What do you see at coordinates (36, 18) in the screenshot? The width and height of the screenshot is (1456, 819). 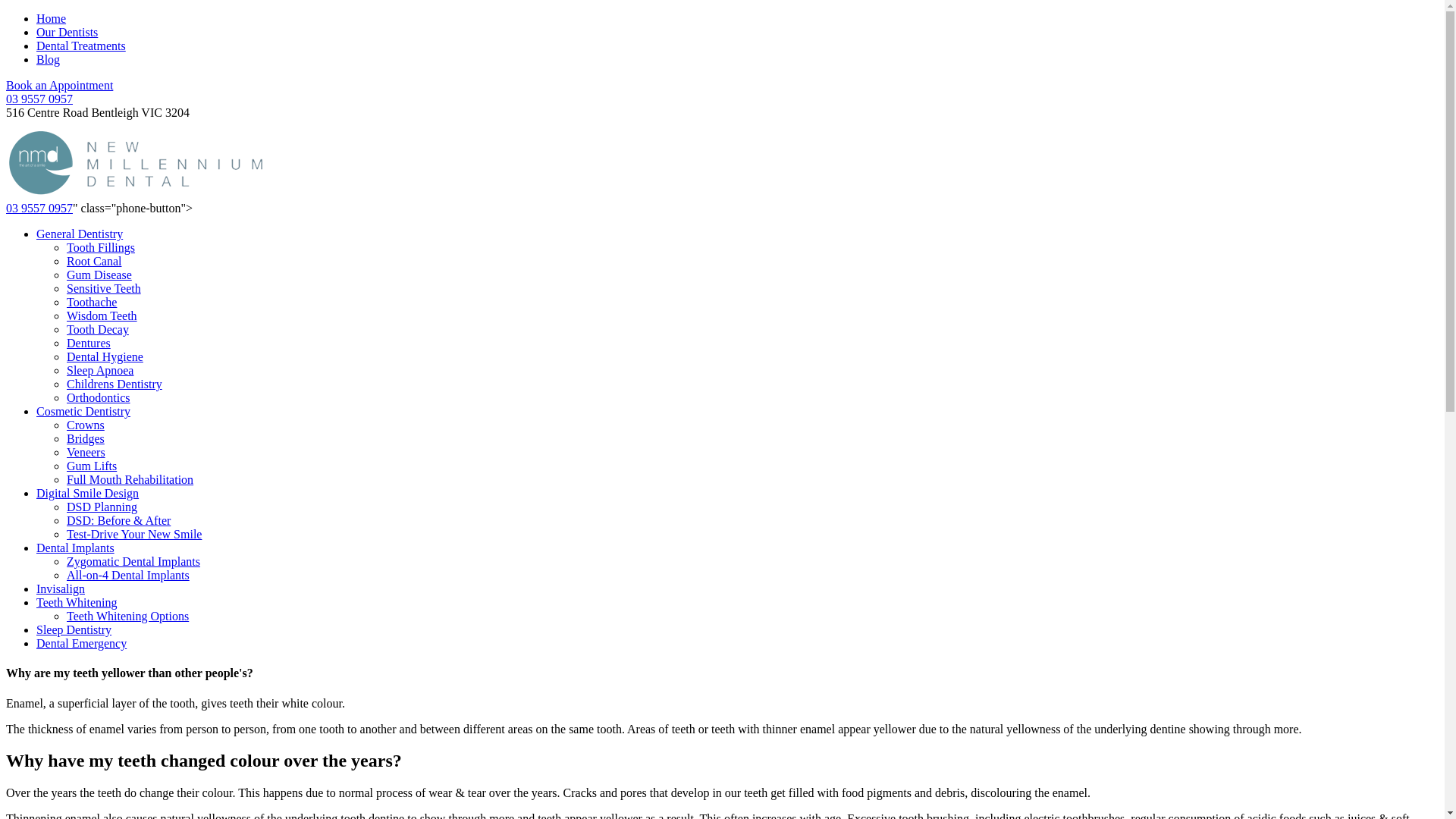 I see `'Home'` at bounding box center [36, 18].